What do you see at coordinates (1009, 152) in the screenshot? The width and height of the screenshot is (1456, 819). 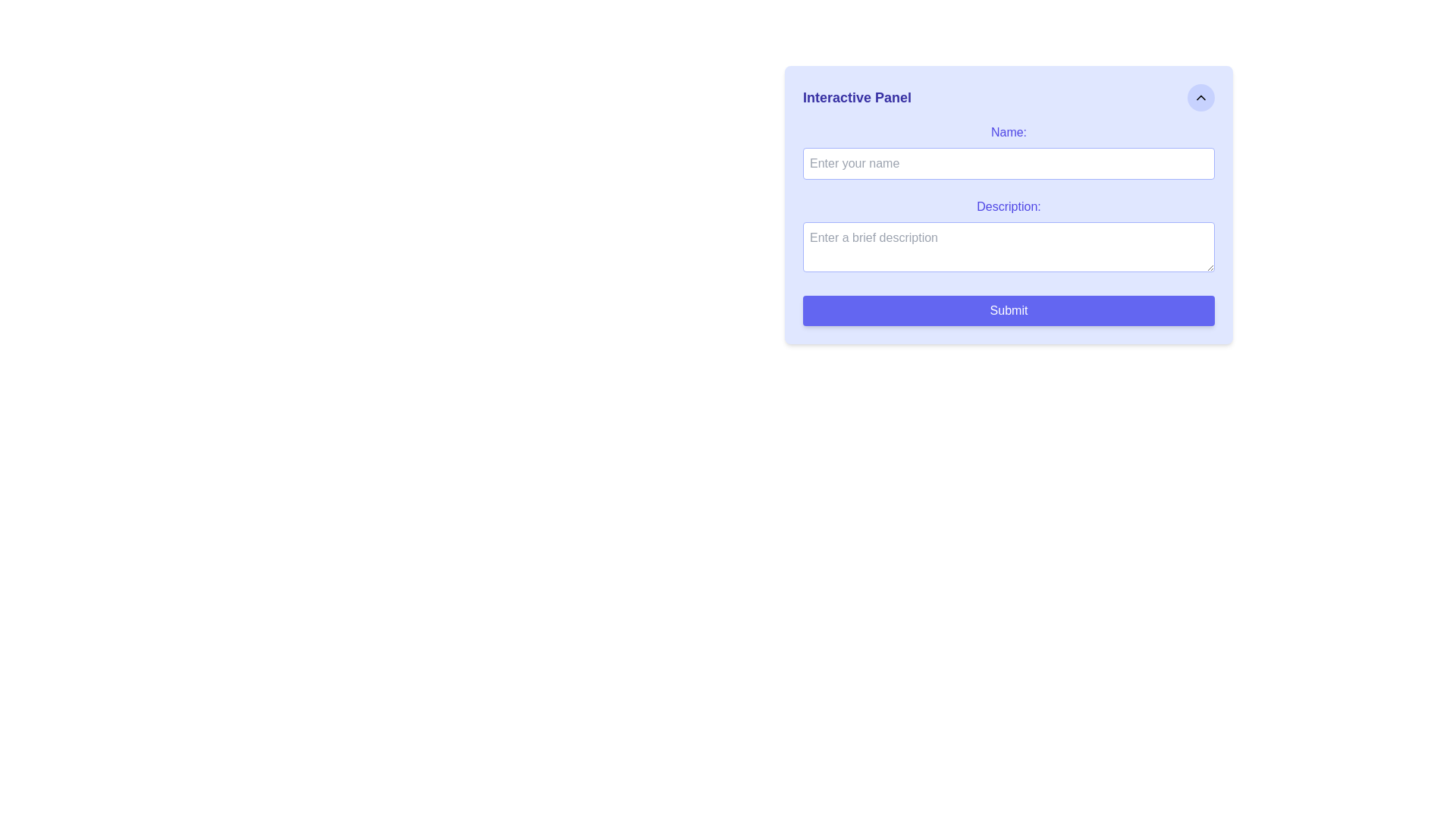 I see `the input box of the labeled text input field for 'Name:' to focus on it` at bounding box center [1009, 152].